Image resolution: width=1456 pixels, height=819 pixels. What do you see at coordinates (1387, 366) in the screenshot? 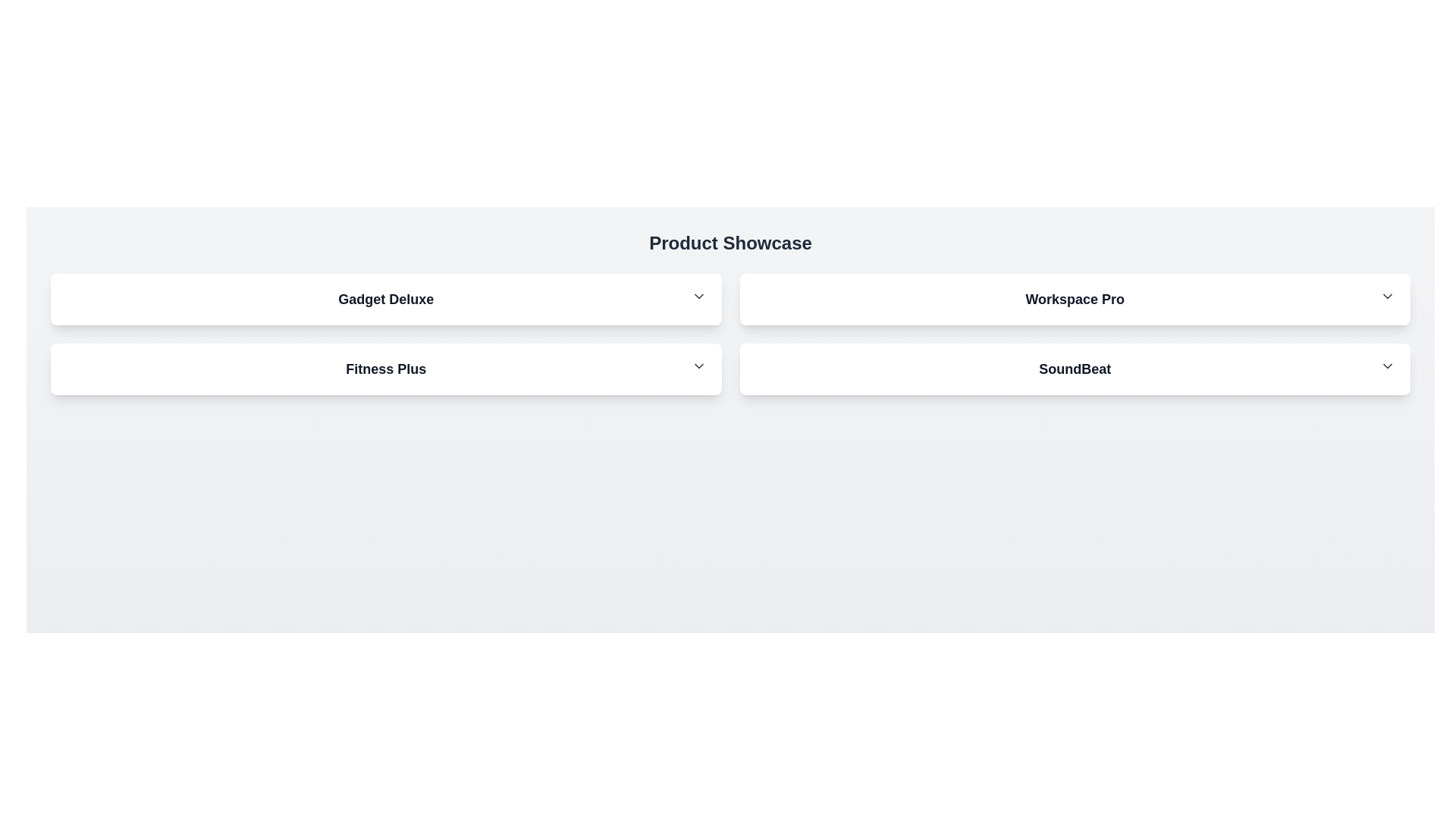
I see `the button in the top-right corner of the 'SoundBeat' card` at bounding box center [1387, 366].